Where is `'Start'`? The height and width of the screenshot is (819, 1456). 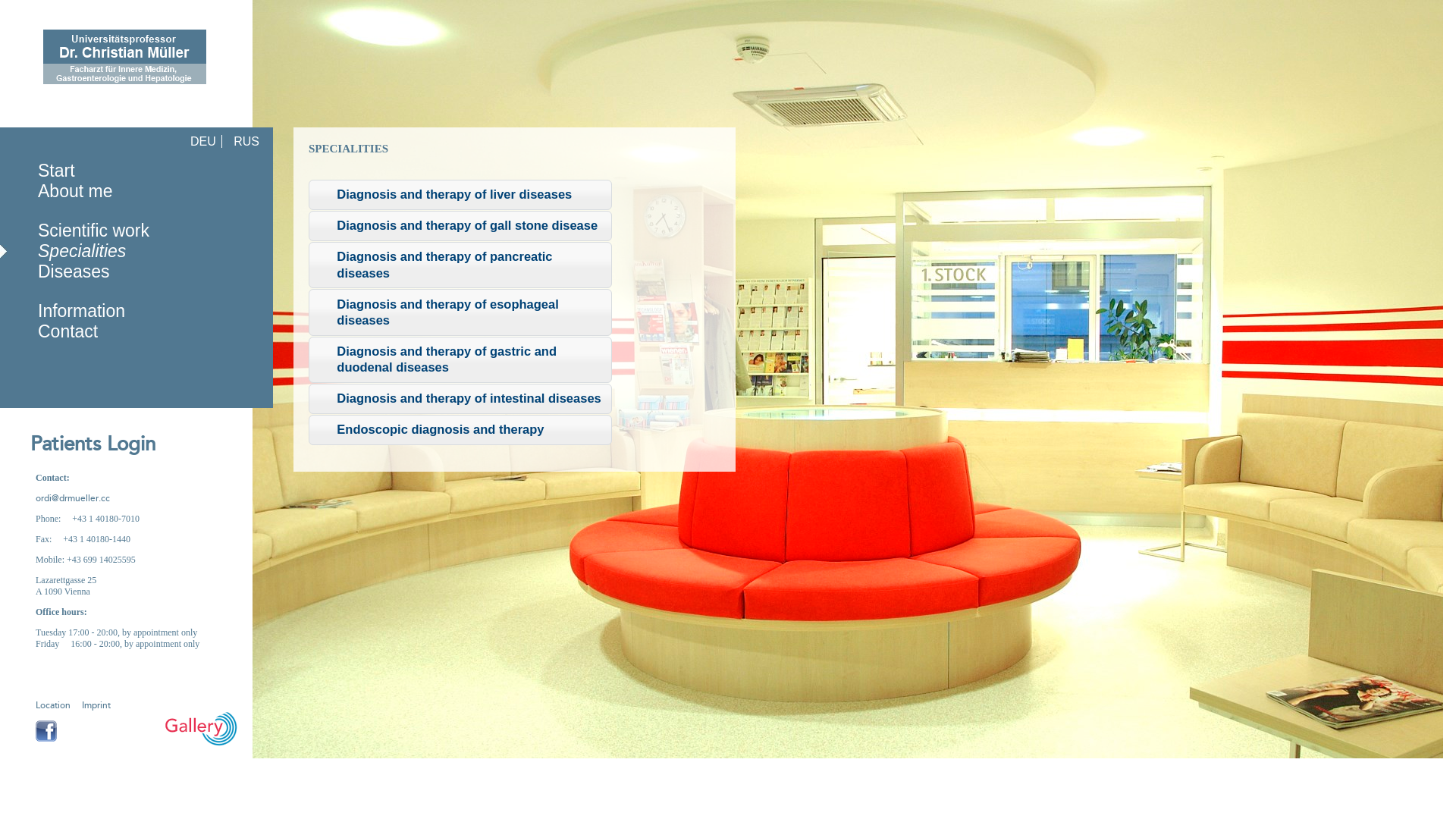 'Start' is located at coordinates (56, 170).